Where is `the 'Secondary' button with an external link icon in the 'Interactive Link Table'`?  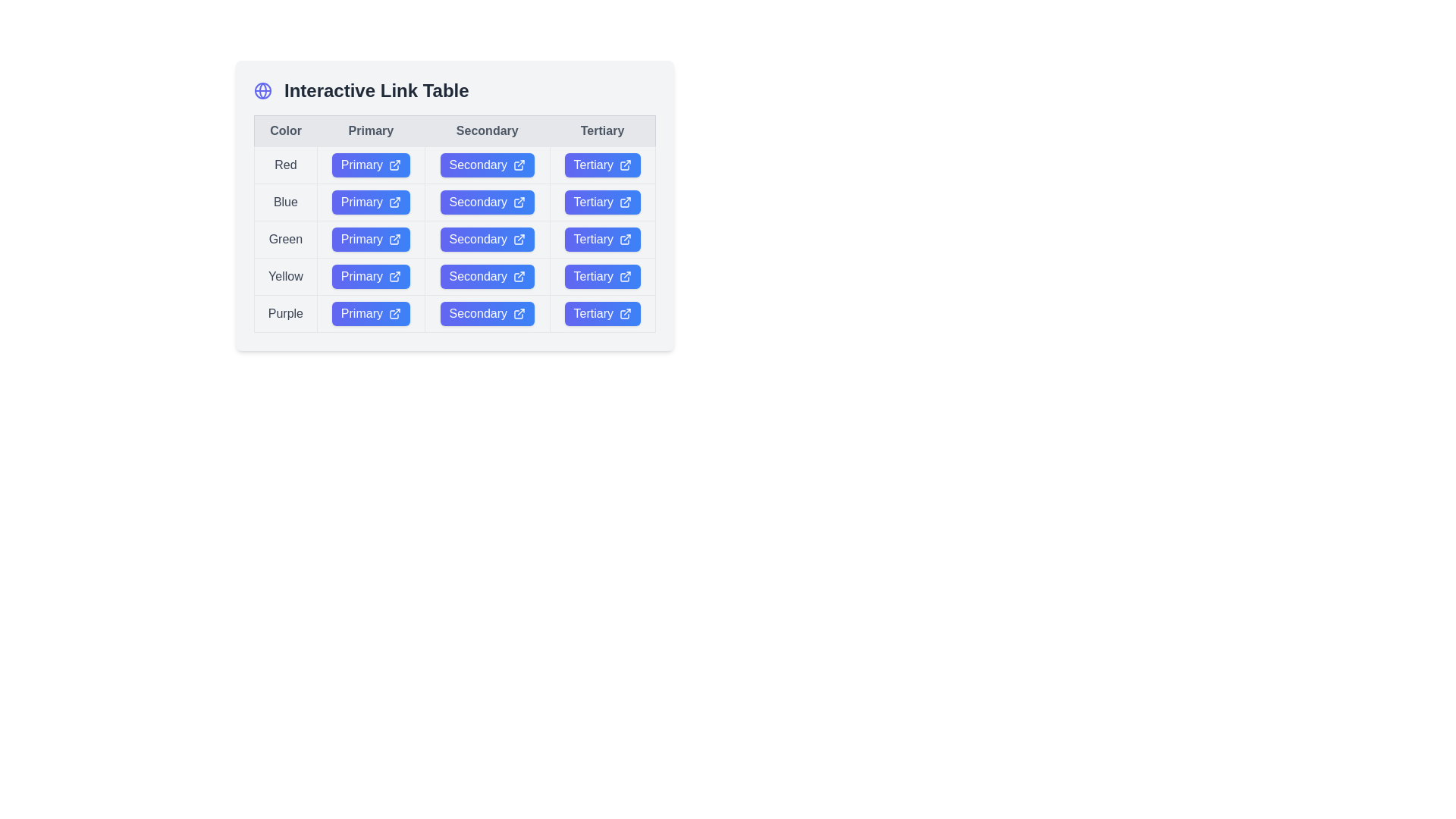 the 'Secondary' button with an external link icon in the 'Interactive Link Table' is located at coordinates (487, 201).